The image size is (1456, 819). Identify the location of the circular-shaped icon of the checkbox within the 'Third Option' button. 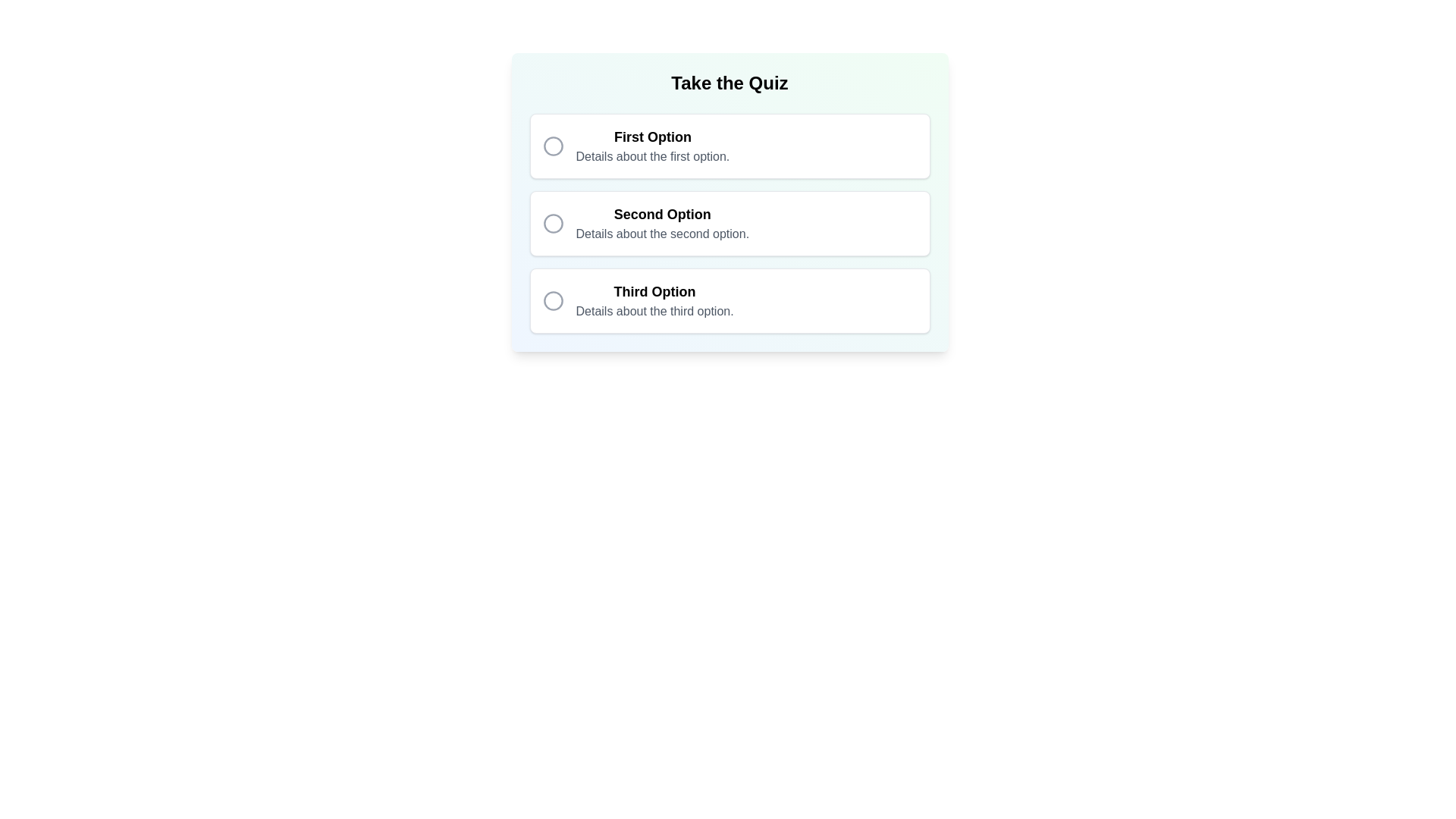
(552, 301).